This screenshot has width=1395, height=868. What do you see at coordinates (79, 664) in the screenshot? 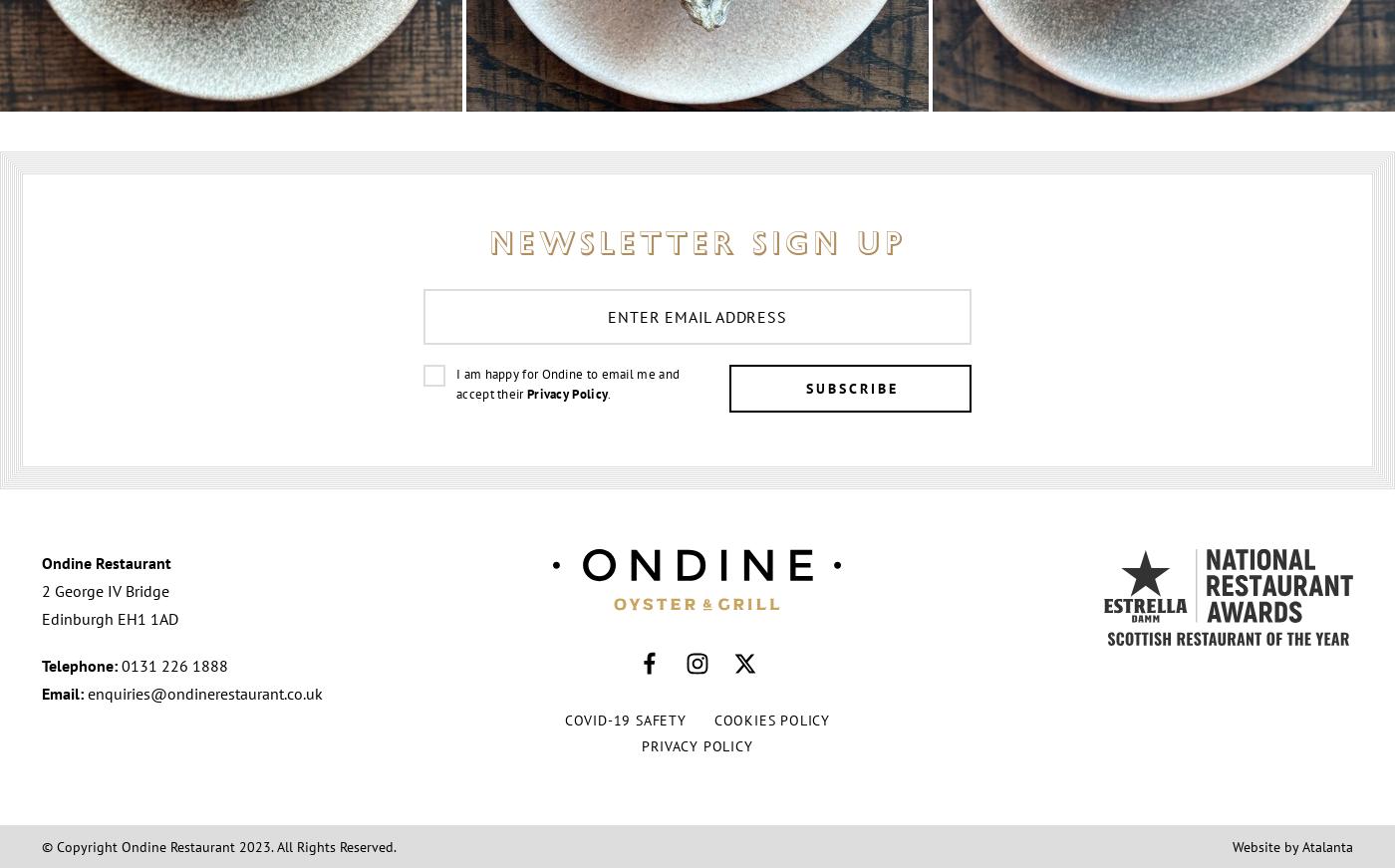
I see `'Telephone:'` at bounding box center [79, 664].